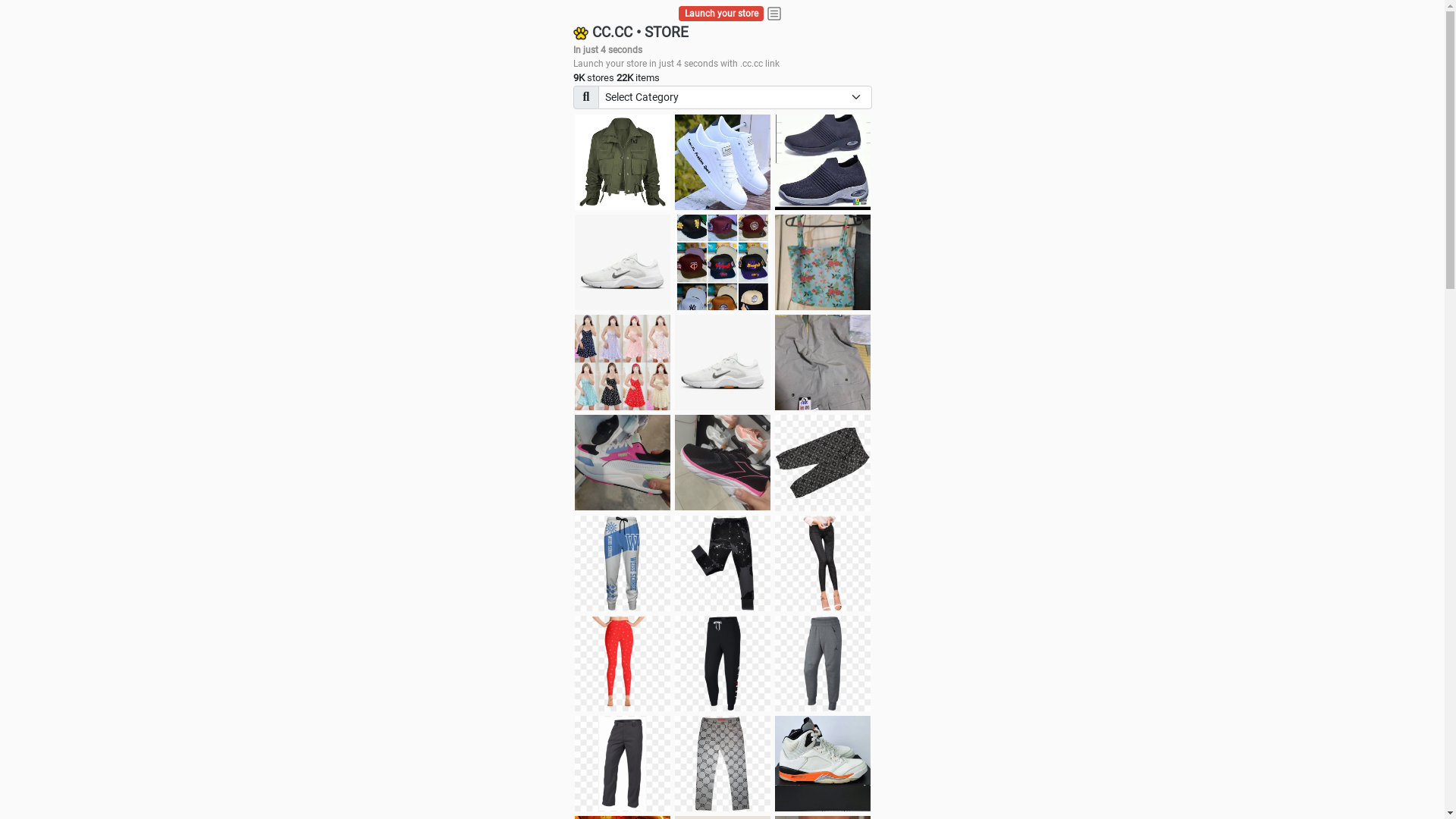 This screenshot has height=819, width=1456. What do you see at coordinates (722, 763) in the screenshot?
I see `'Pant'` at bounding box center [722, 763].